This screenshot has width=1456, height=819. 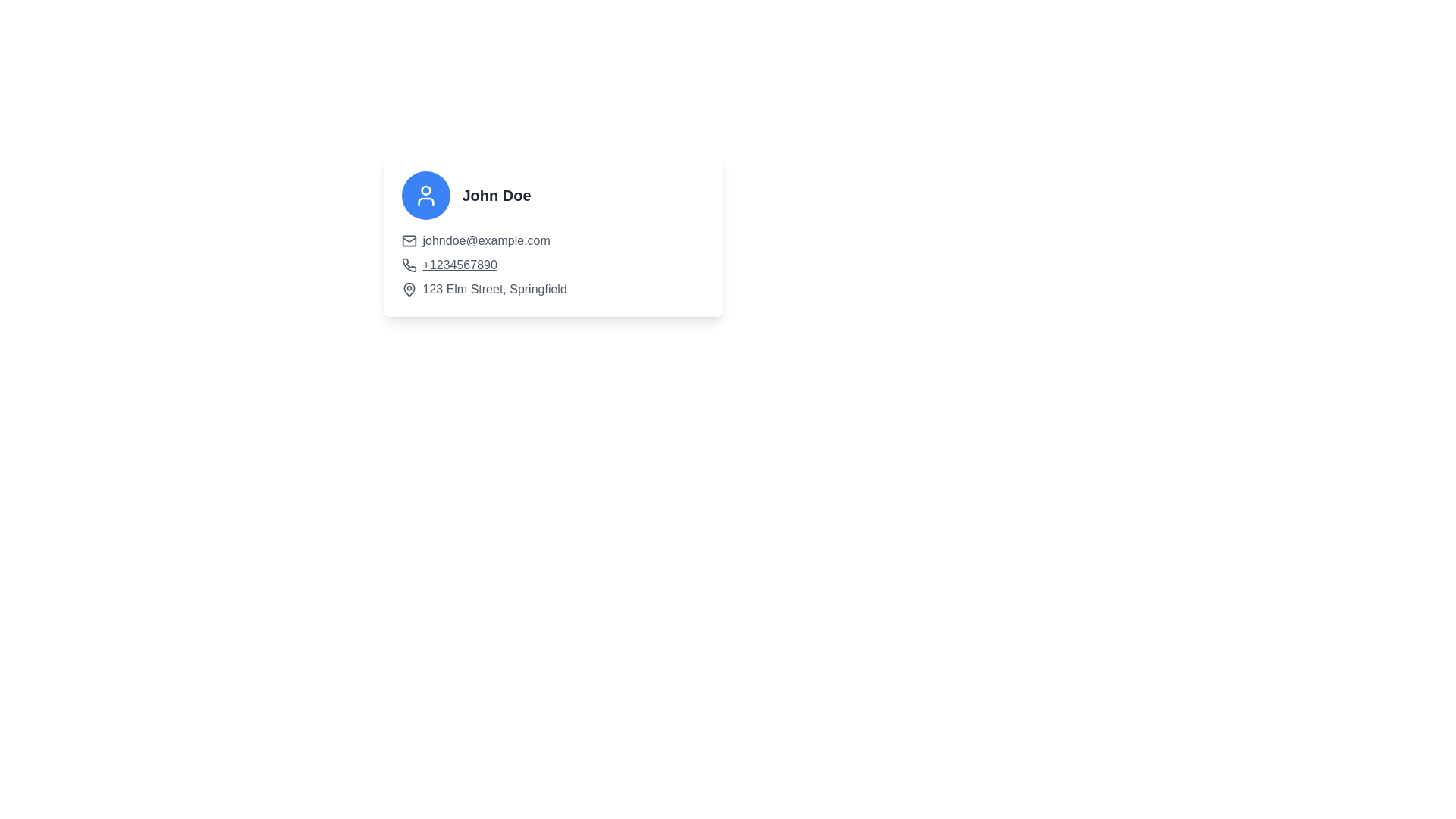 What do you see at coordinates (552, 240) in the screenshot?
I see `the Email link labeled 'johndoe@example.com', which is the first item in the contact information card` at bounding box center [552, 240].